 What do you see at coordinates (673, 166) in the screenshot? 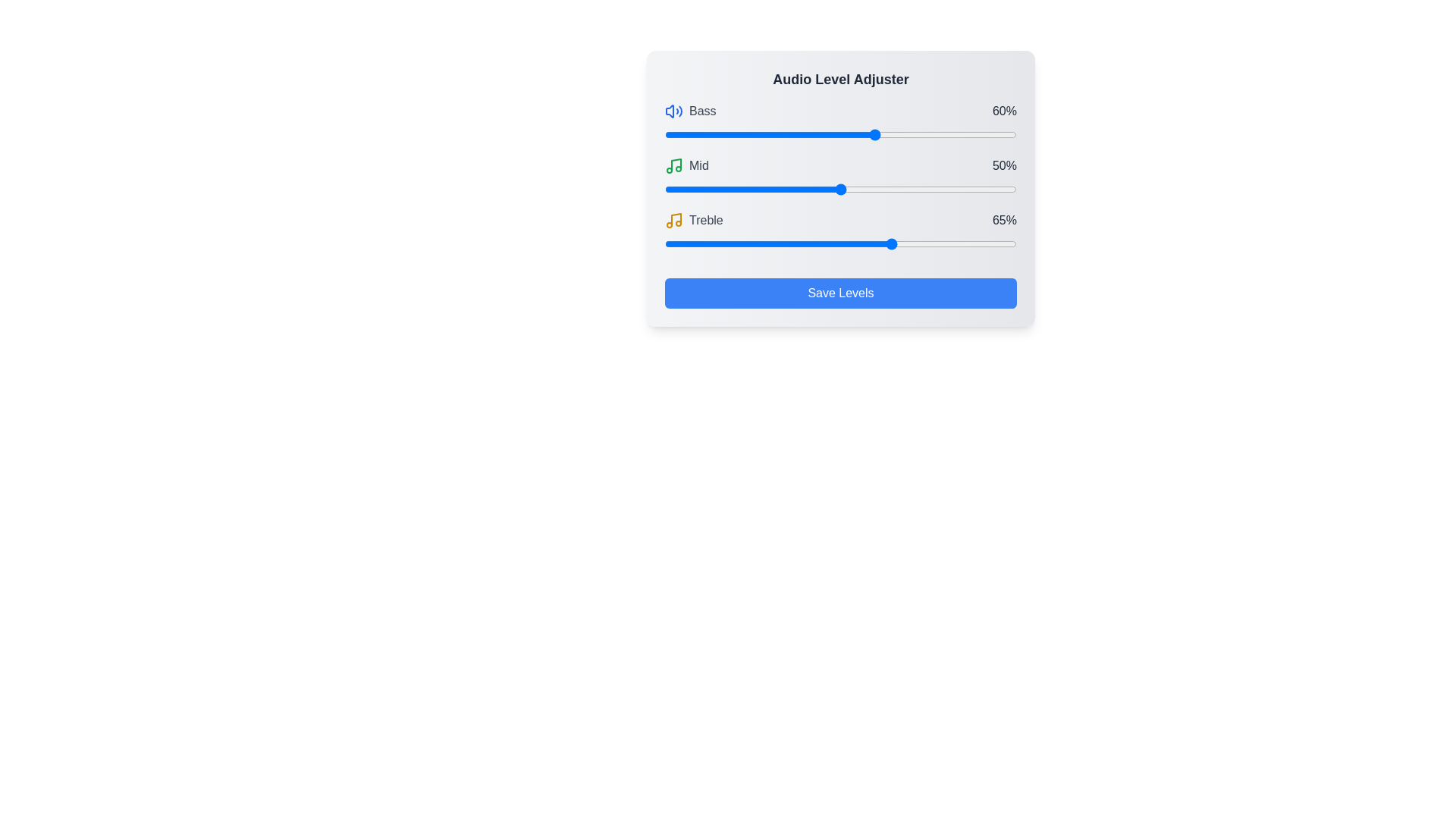
I see `the green music note icon located to the left of the 'Mid' text label, positioned near the center-left region of the UI layout` at bounding box center [673, 166].